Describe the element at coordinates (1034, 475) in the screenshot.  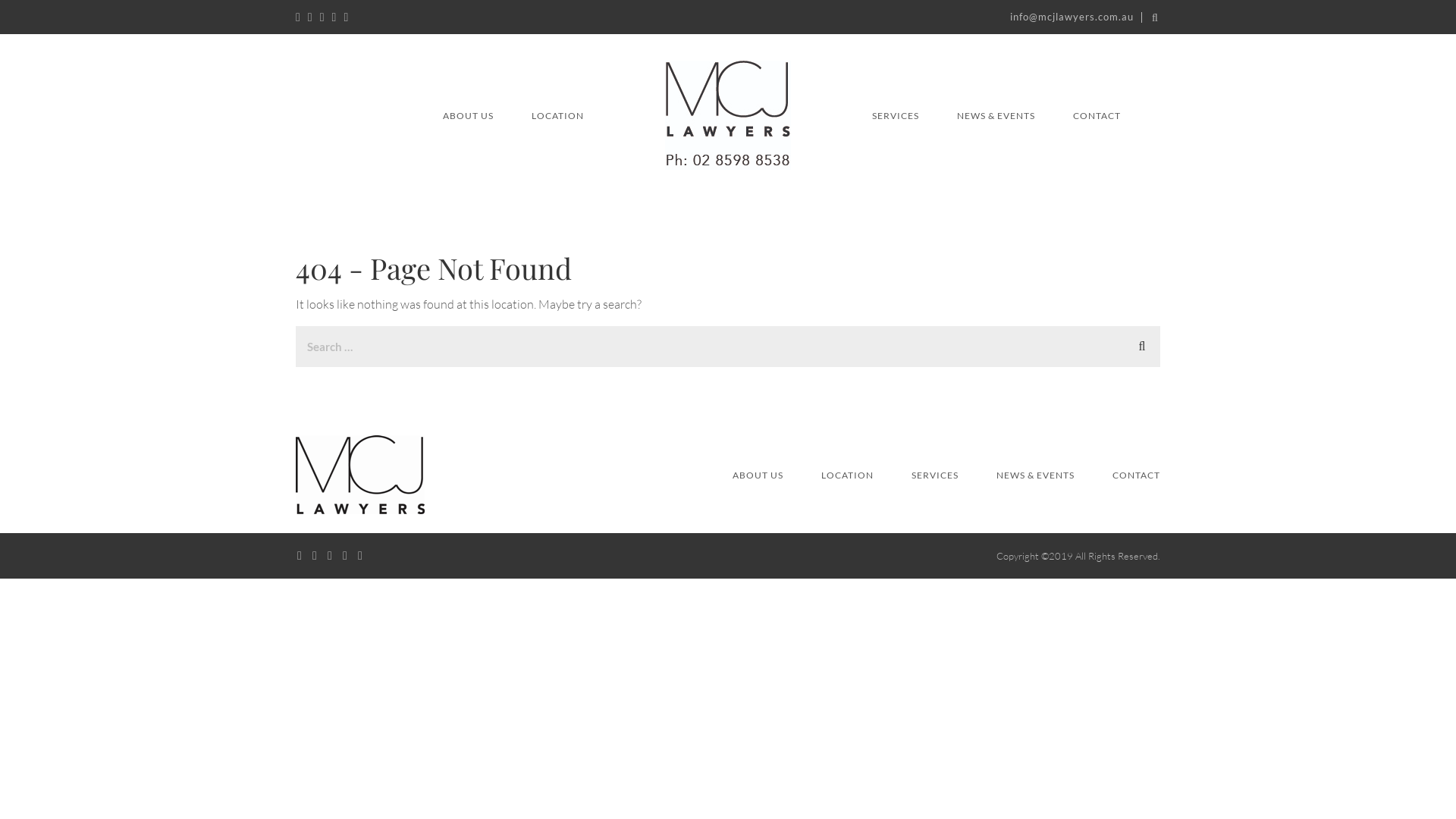
I see `'NEWS & EVENTS'` at that location.